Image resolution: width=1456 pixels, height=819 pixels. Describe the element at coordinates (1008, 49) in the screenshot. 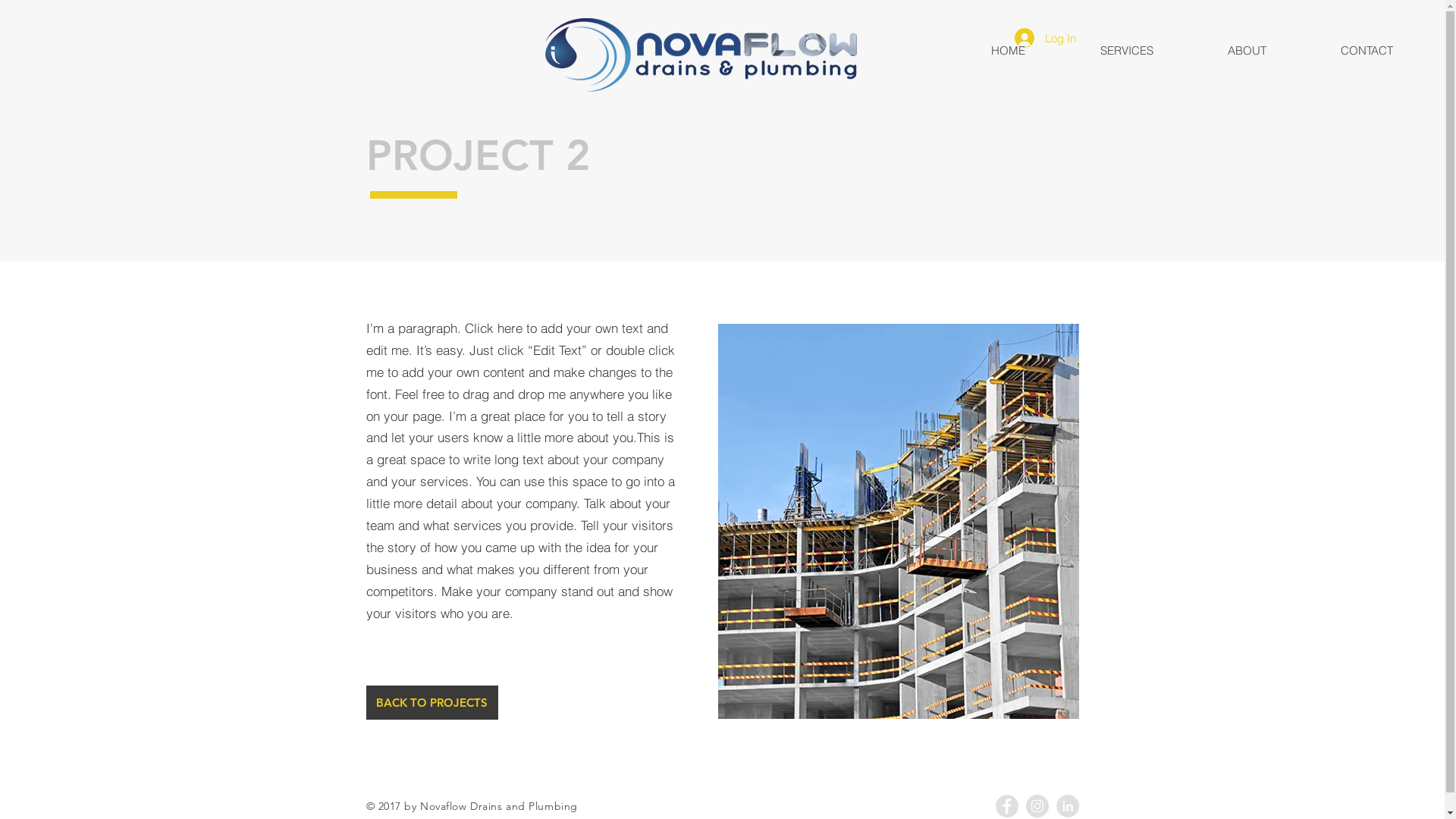

I see `'HOME'` at that location.